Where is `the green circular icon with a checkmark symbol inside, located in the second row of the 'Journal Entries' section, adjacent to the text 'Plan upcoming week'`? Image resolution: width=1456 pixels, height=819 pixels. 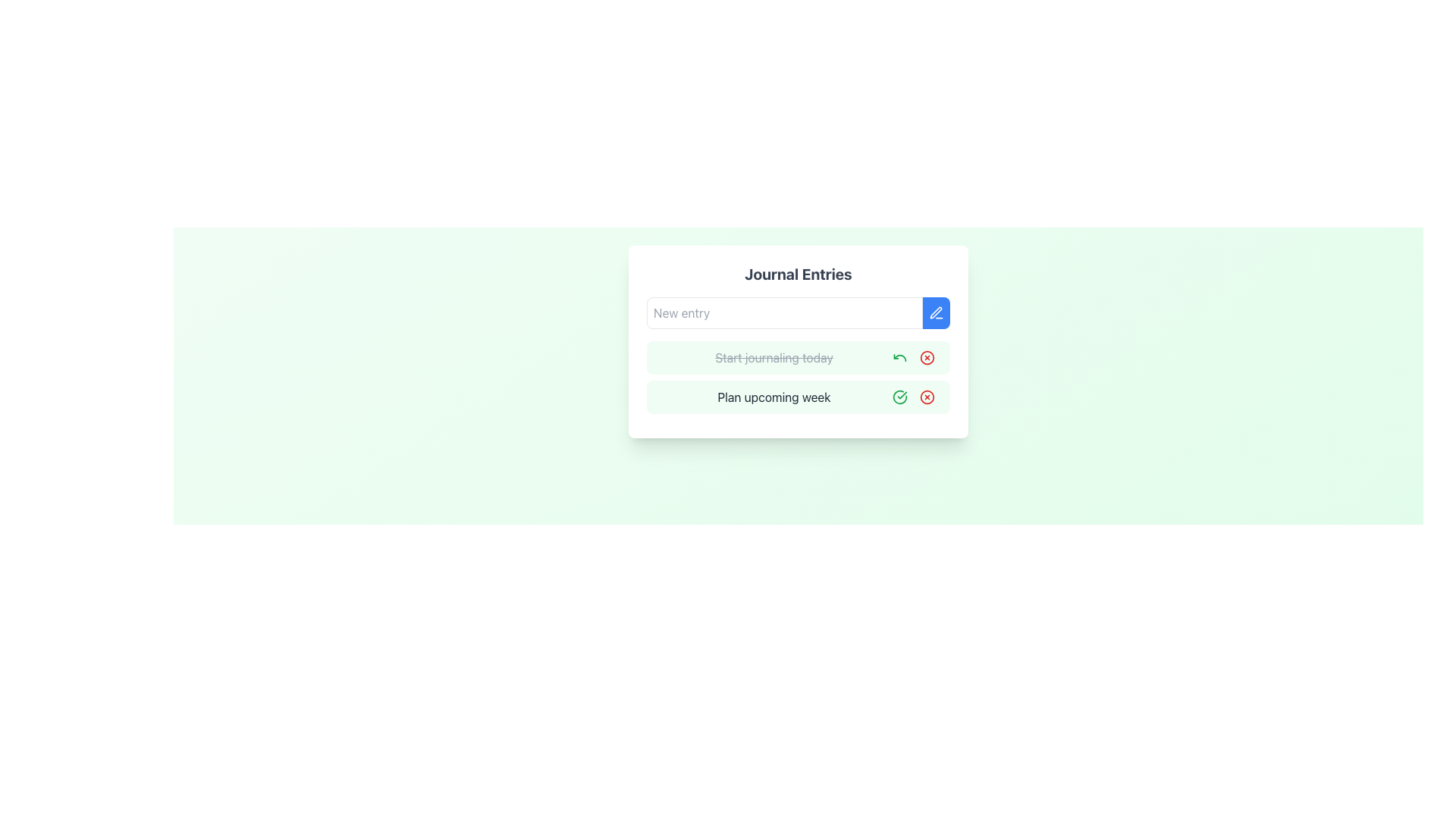 the green circular icon with a checkmark symbol inside, located in the second row of the 'Journal Entries' section, adjacent to the text 'Plan upcoming week' is located at coordinates (899, 397).